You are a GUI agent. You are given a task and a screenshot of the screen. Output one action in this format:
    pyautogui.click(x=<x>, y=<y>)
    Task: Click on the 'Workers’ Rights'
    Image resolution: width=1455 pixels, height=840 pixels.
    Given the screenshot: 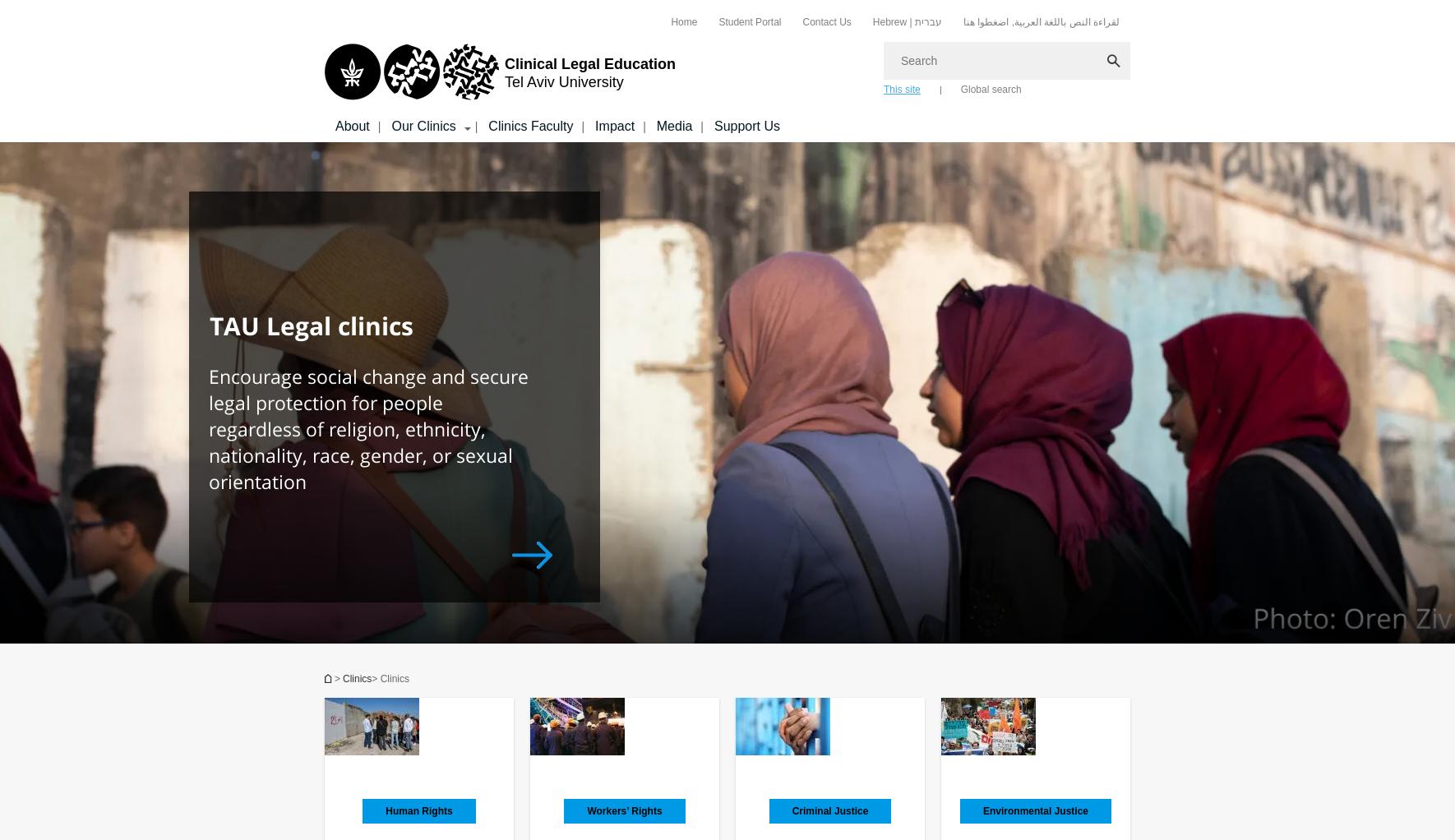 What is the action you would take?
    pyautogui.click(x=624, y=811)
    